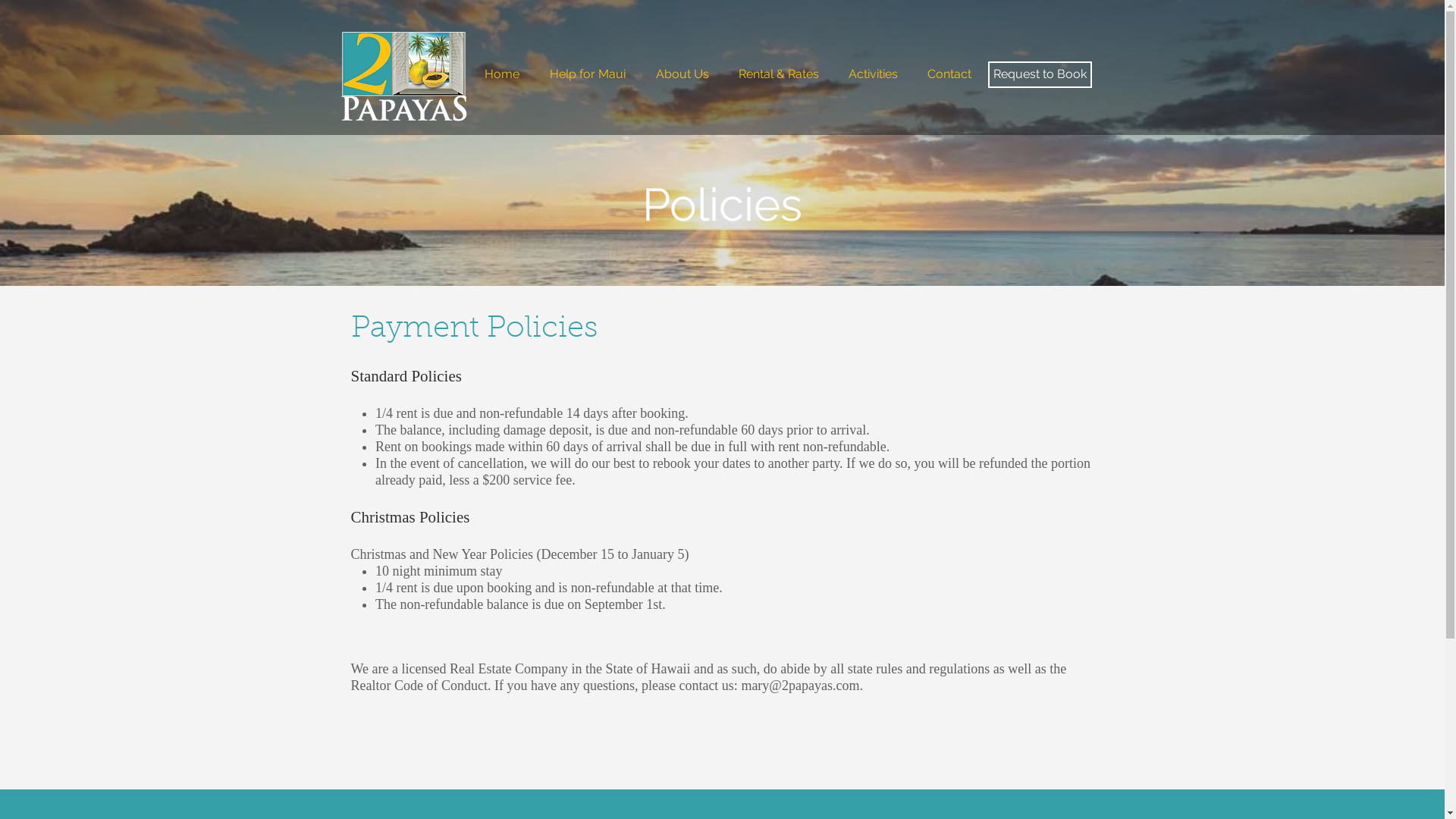 The height and width of the screenshot is (819, 1456). What do you see at coordinates (987, 74) in the screenshot?
I see `'Request to Book'` at bounding box center [987, 74].